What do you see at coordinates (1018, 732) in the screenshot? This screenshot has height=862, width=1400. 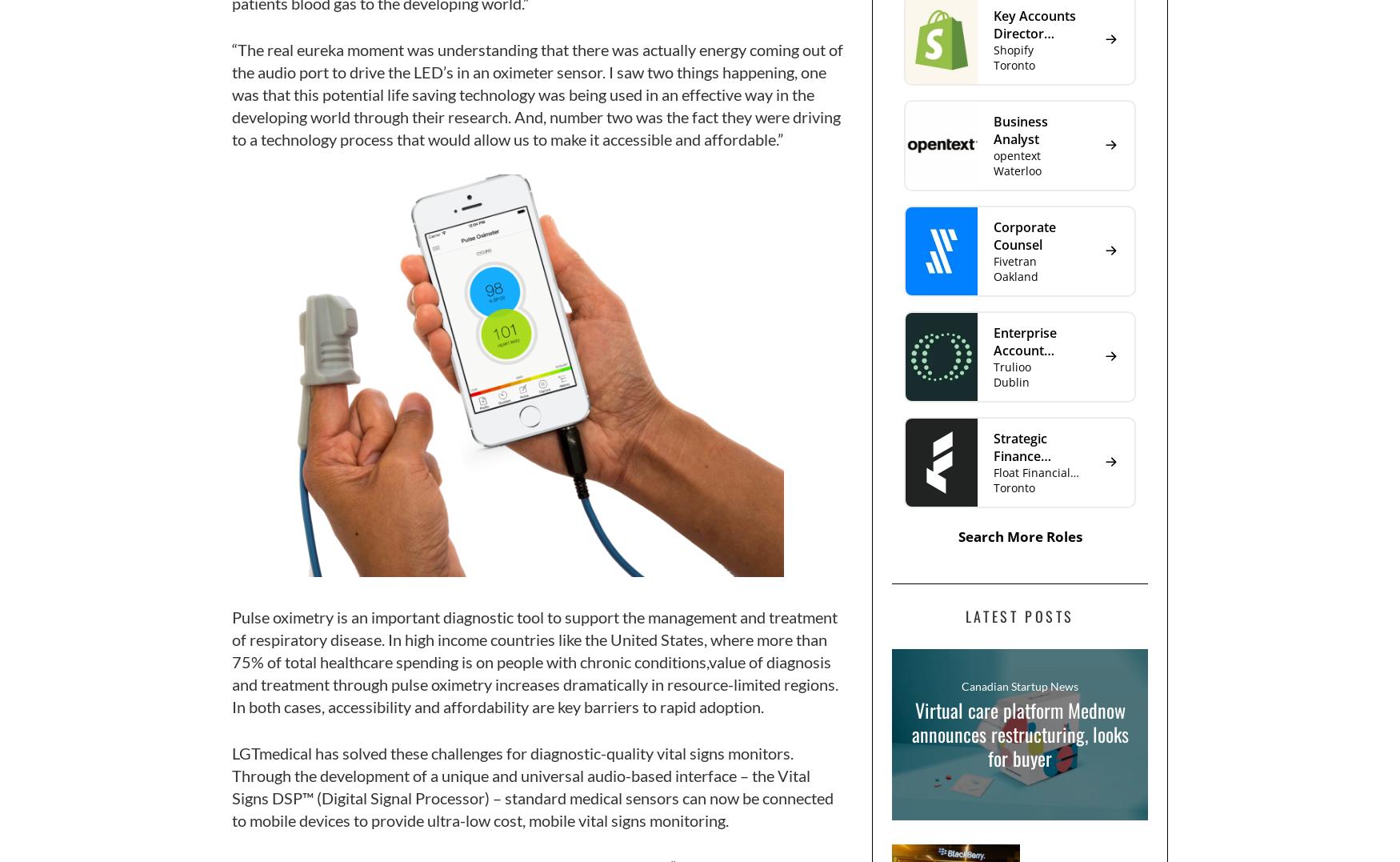 I see `'Virtual care platform Mednow announces restructuring, looks for buyer'` at bounding box center [1018, 732].